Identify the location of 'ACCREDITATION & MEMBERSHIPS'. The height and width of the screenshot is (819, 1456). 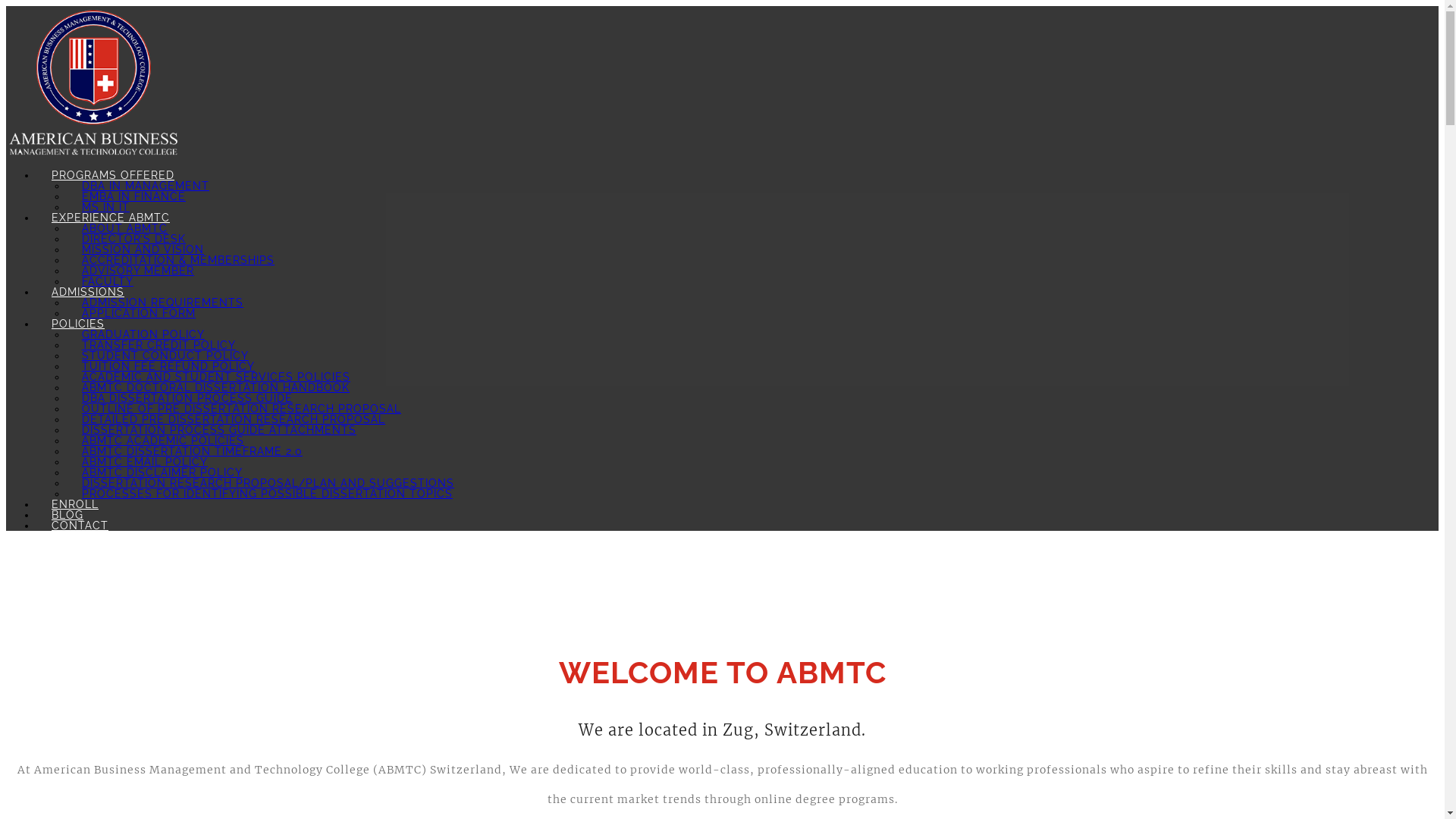
(178, 259).